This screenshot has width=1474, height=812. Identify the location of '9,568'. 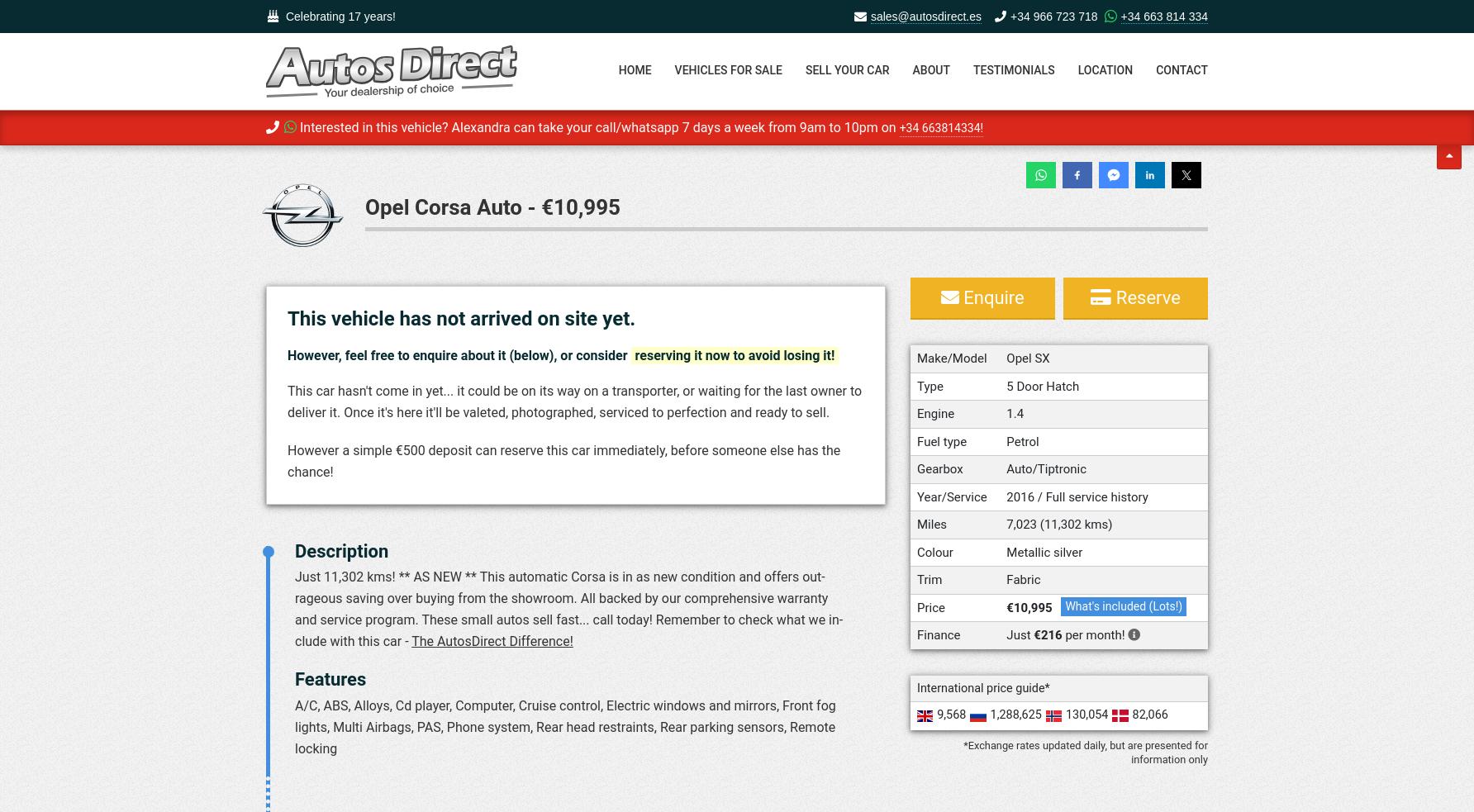
(951, 715).